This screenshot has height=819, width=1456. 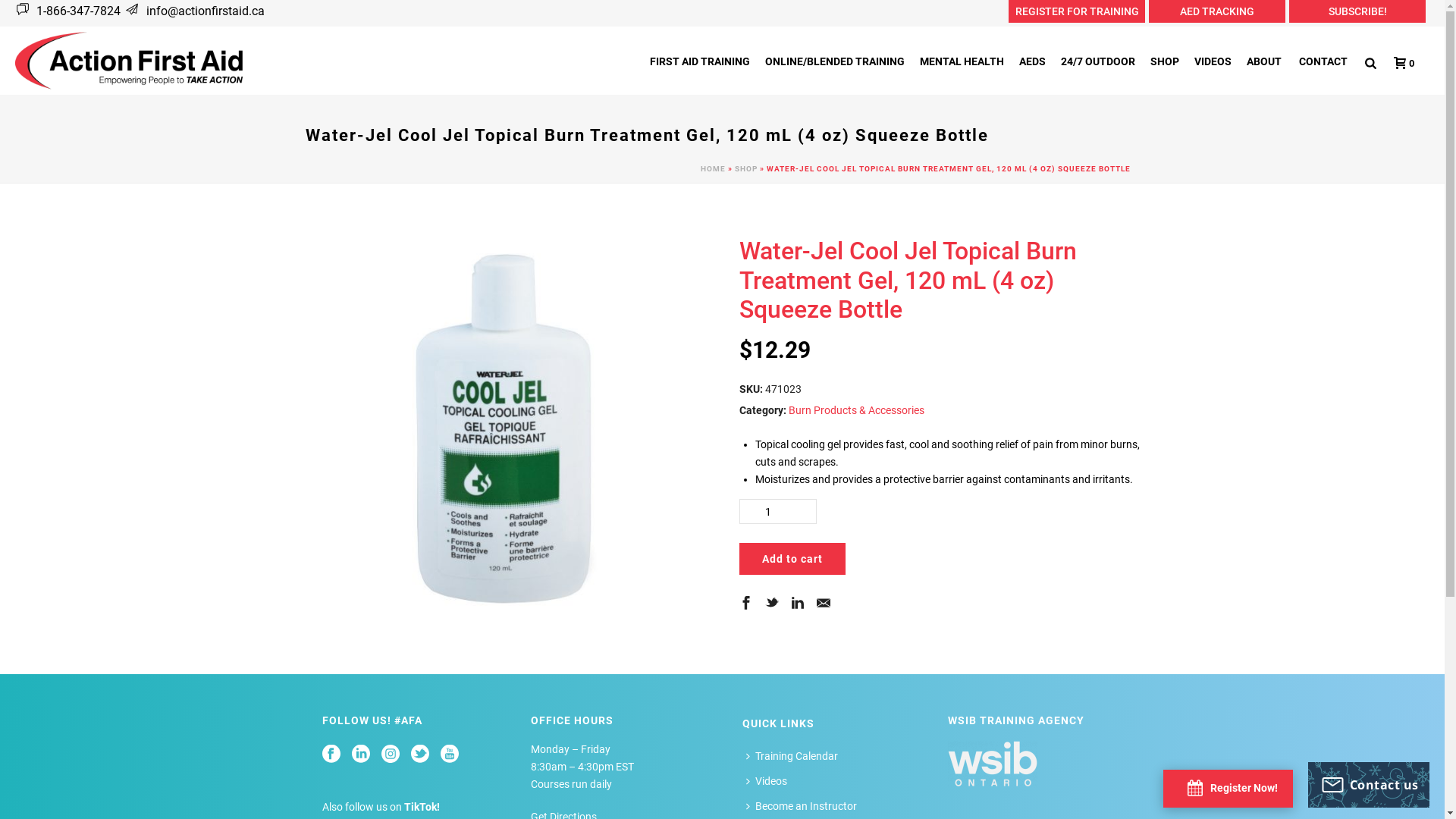 What do you see at coordinates (745, 168) in the screenshot?
I see `'SHOP'` at bounding box center [745, 168].